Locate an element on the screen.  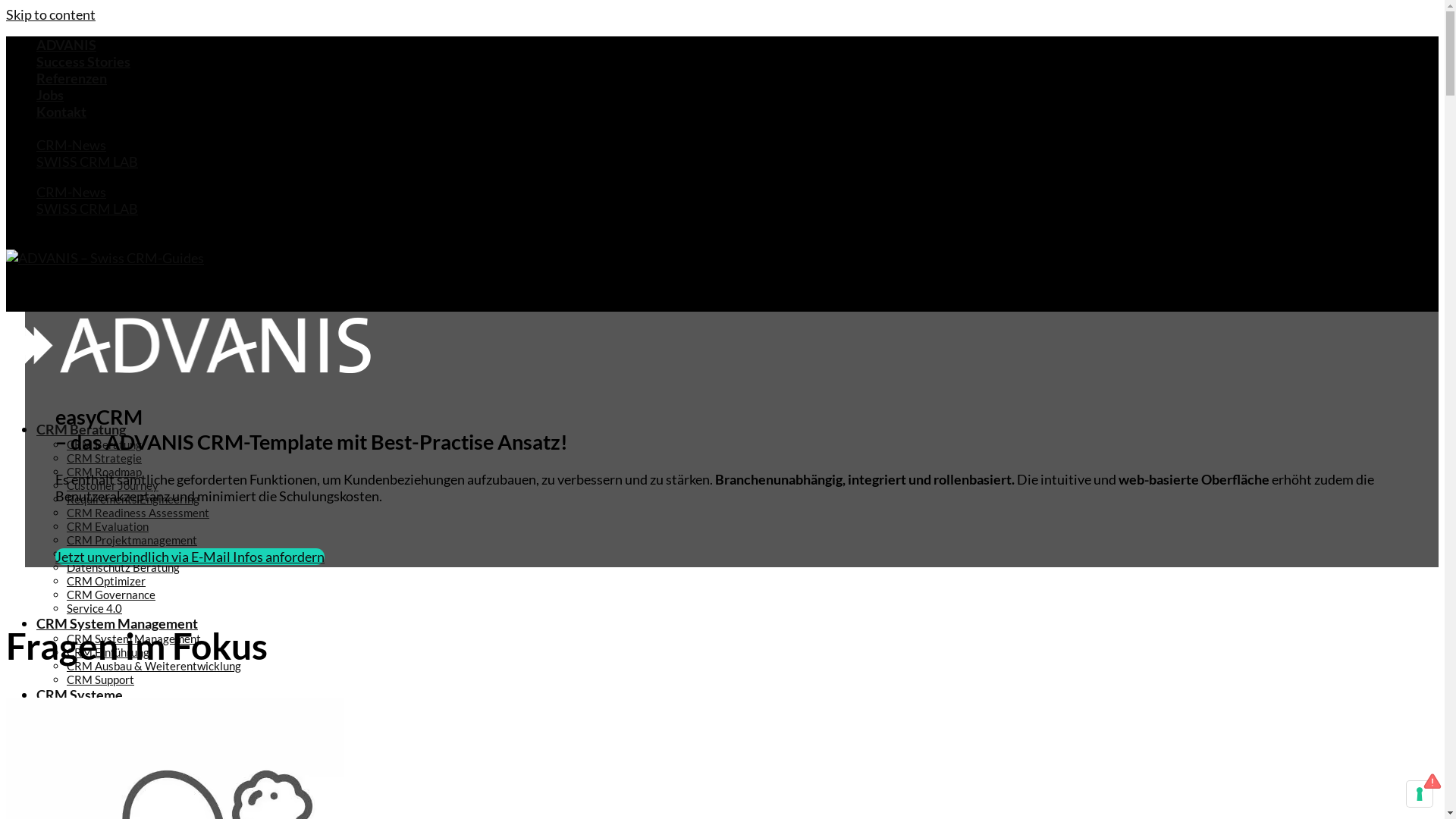
'Requirements Engineering' is located at coordinates (133, 499).